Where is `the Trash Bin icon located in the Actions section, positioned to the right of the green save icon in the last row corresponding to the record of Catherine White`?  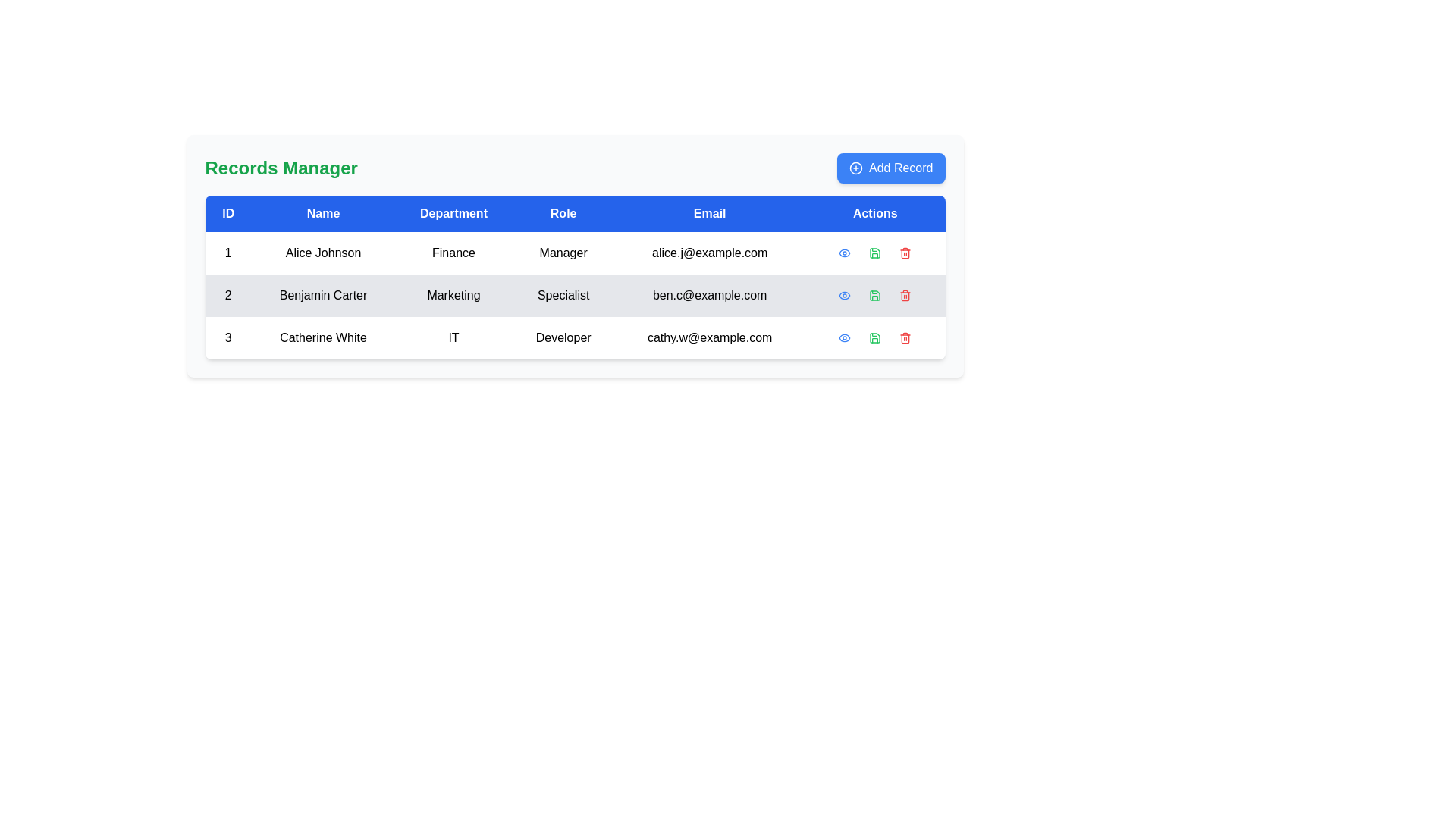
the Trash Bin icon located in the Actions section, positioned to the right of the green save icon in the last row corresponding to the record of Catherine White is located at coordinates (905, 337).